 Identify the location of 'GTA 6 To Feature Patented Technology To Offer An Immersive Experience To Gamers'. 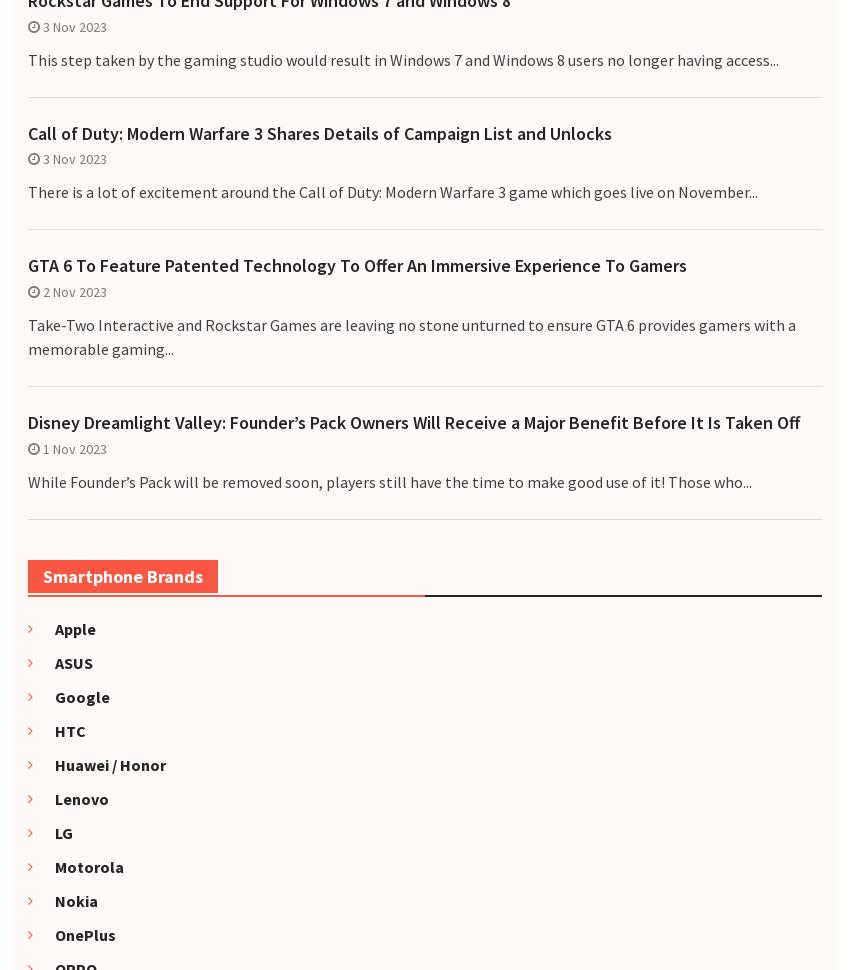
(355, 264).